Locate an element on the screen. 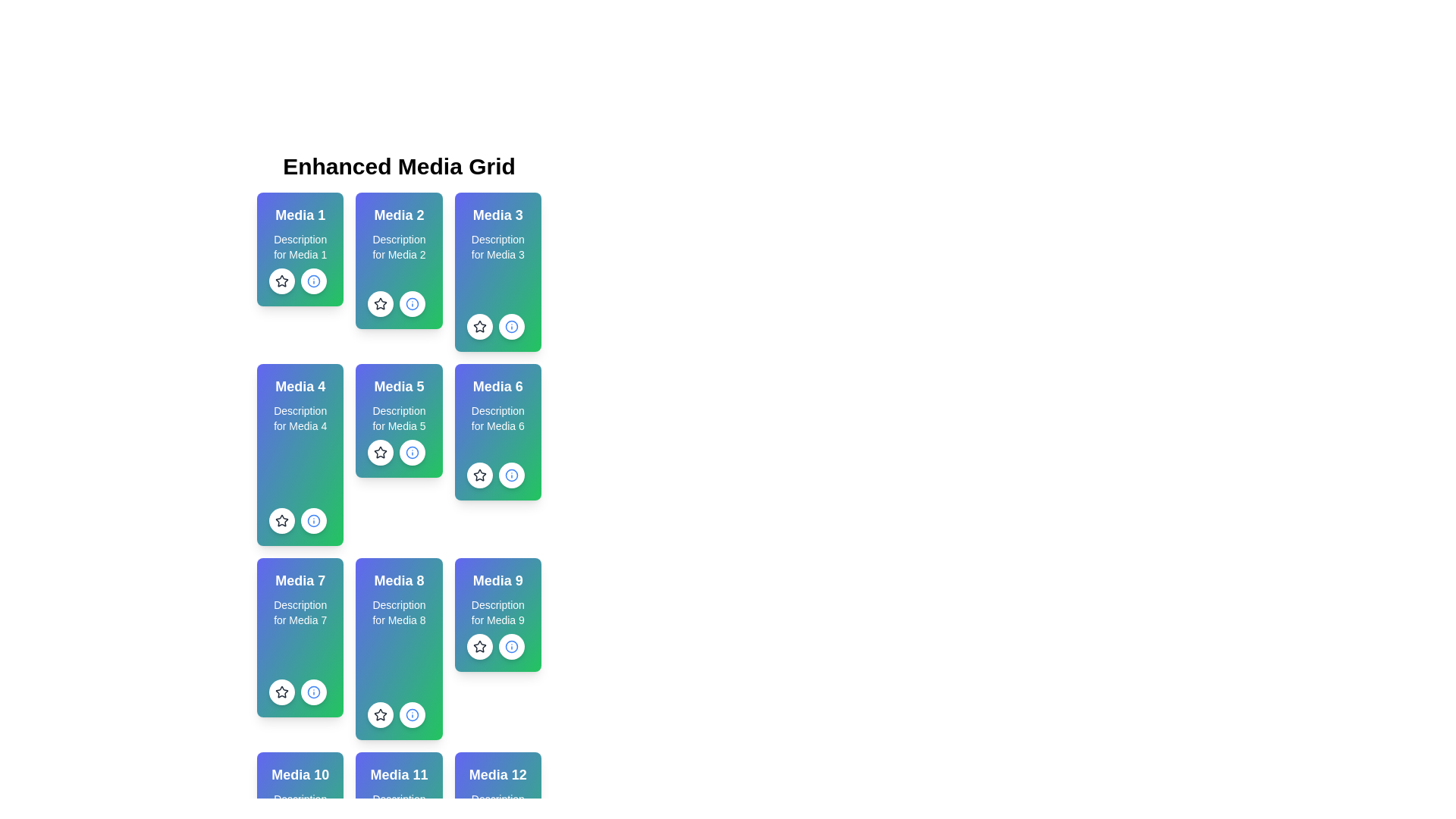 The image size is (1456, 819). the star-shaped icon styled in gray to mark it as favorite, located in the bottom section of the 'Media 4' card is located at coordinates (282, 519).